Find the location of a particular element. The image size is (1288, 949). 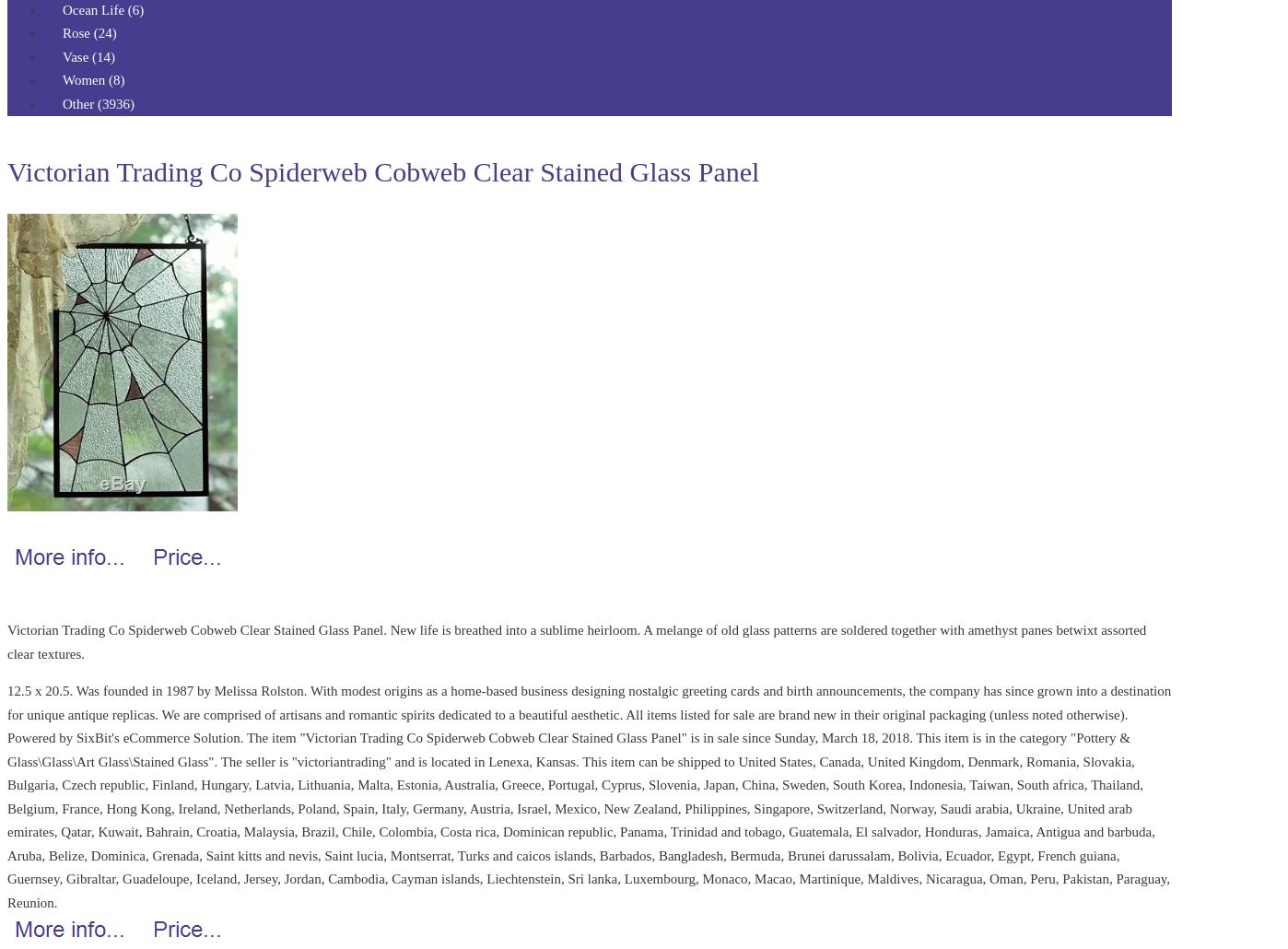

'Women (8)' is located at coordinates (62, 79).